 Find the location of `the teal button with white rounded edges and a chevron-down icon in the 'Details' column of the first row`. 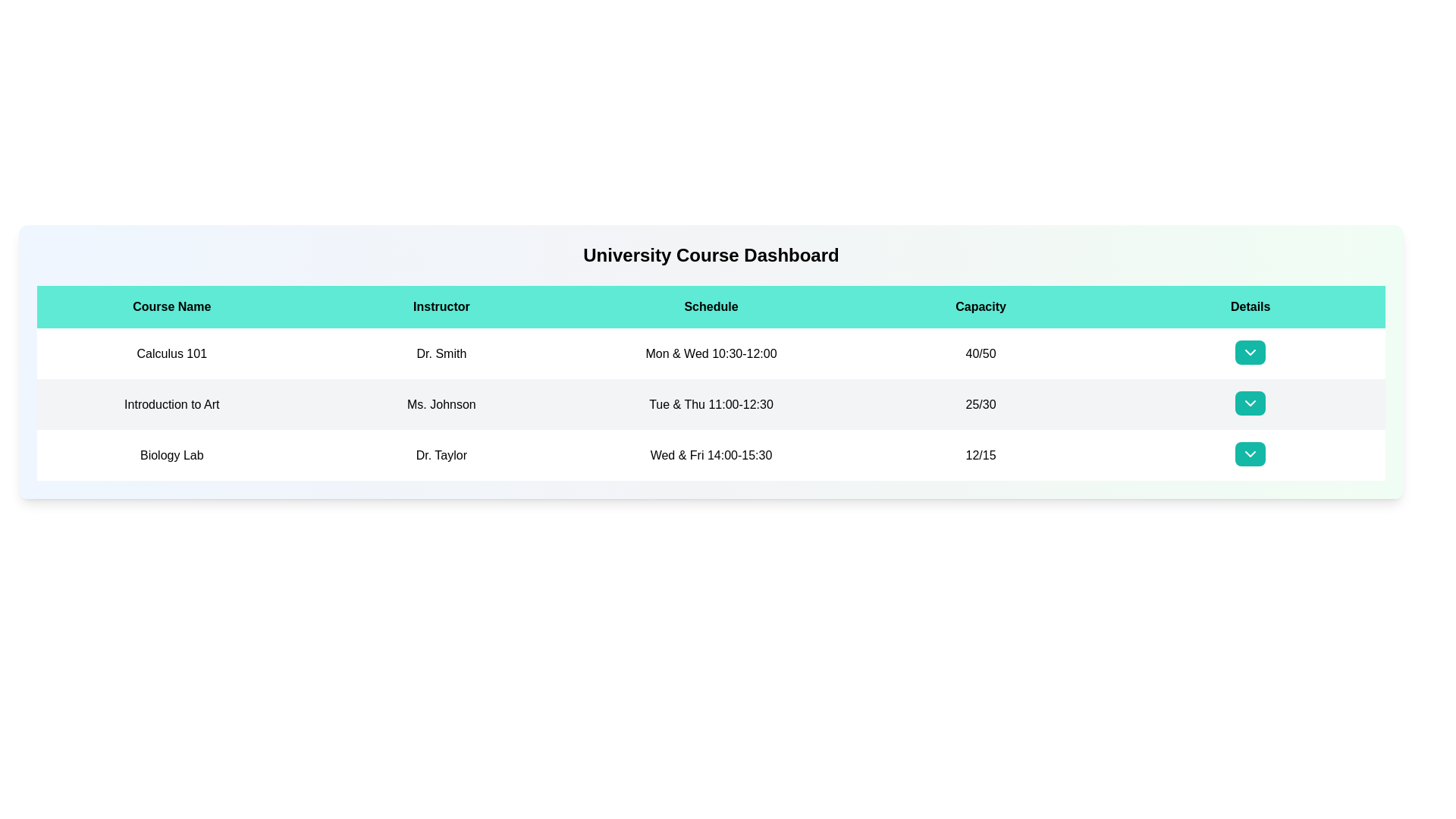

the teal button with white rounded edges and a chevron-down icon in the 'Details' column of the first row is located at coordinates (1250, 353).